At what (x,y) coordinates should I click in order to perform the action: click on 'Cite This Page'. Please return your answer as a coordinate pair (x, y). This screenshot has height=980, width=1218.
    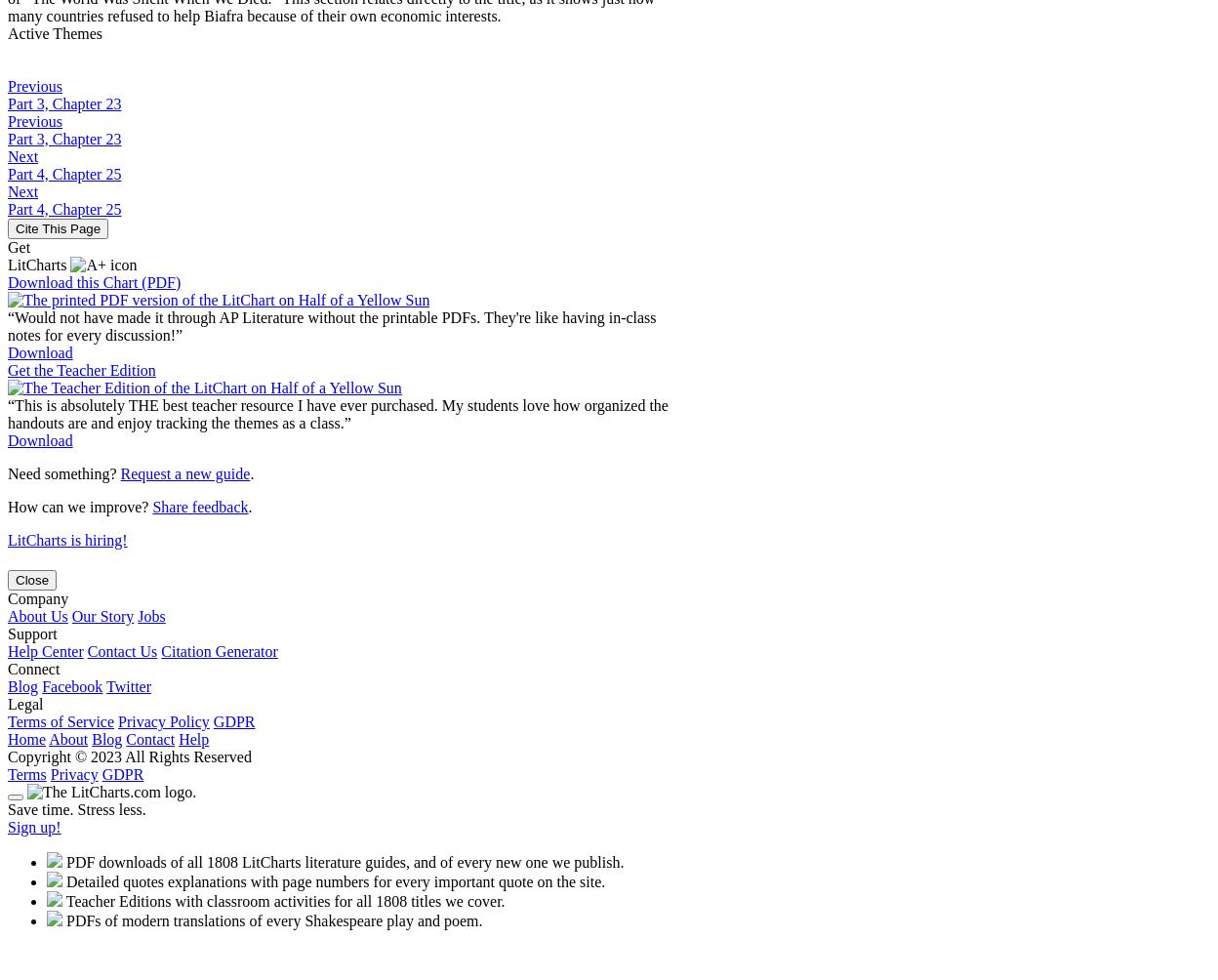
    Looking at the image, I should click on (57, 226).